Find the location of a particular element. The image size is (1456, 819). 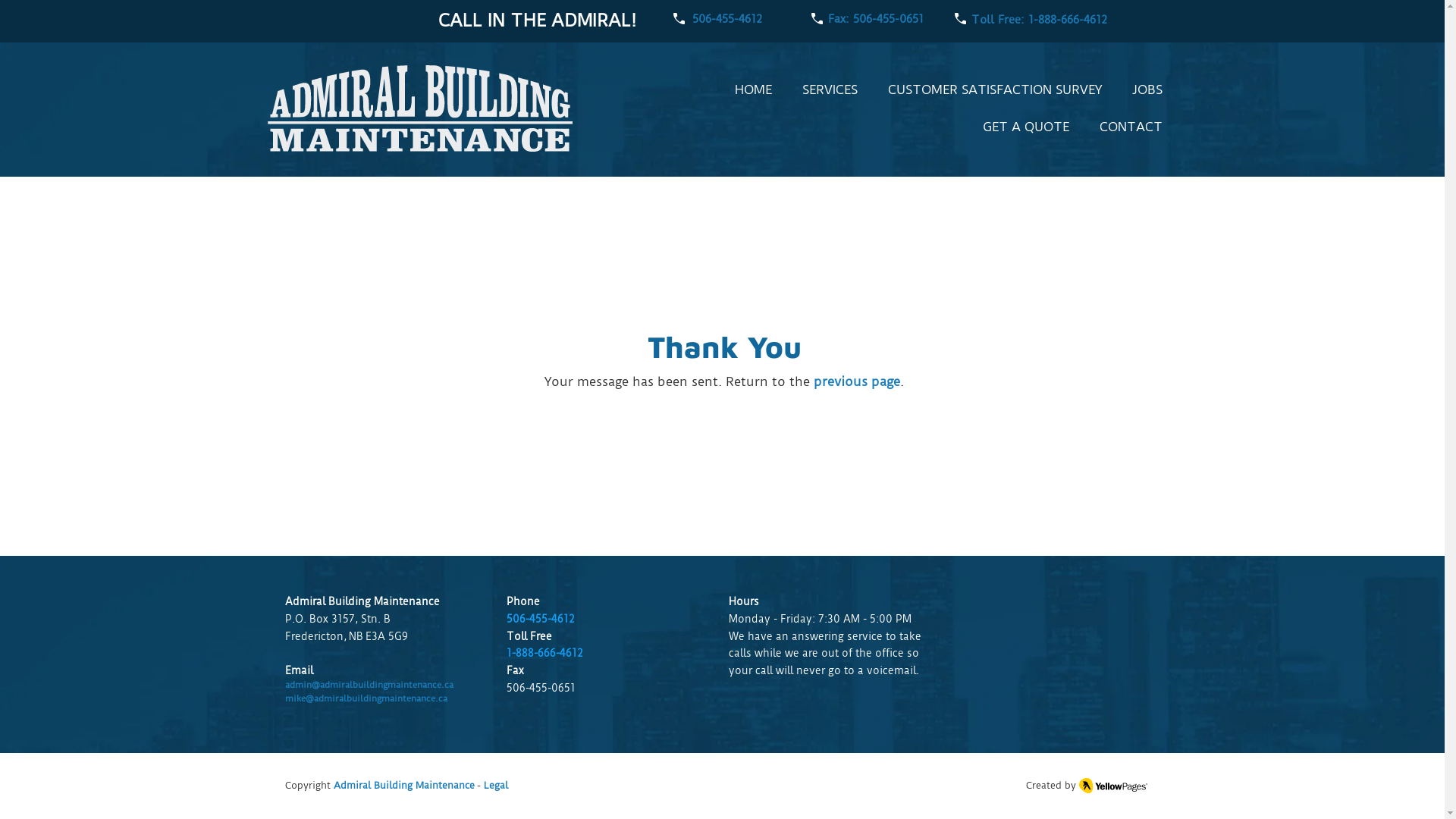

'admin@admiralbuildingmaintenance.ca' is located at coordinates (284, 684).